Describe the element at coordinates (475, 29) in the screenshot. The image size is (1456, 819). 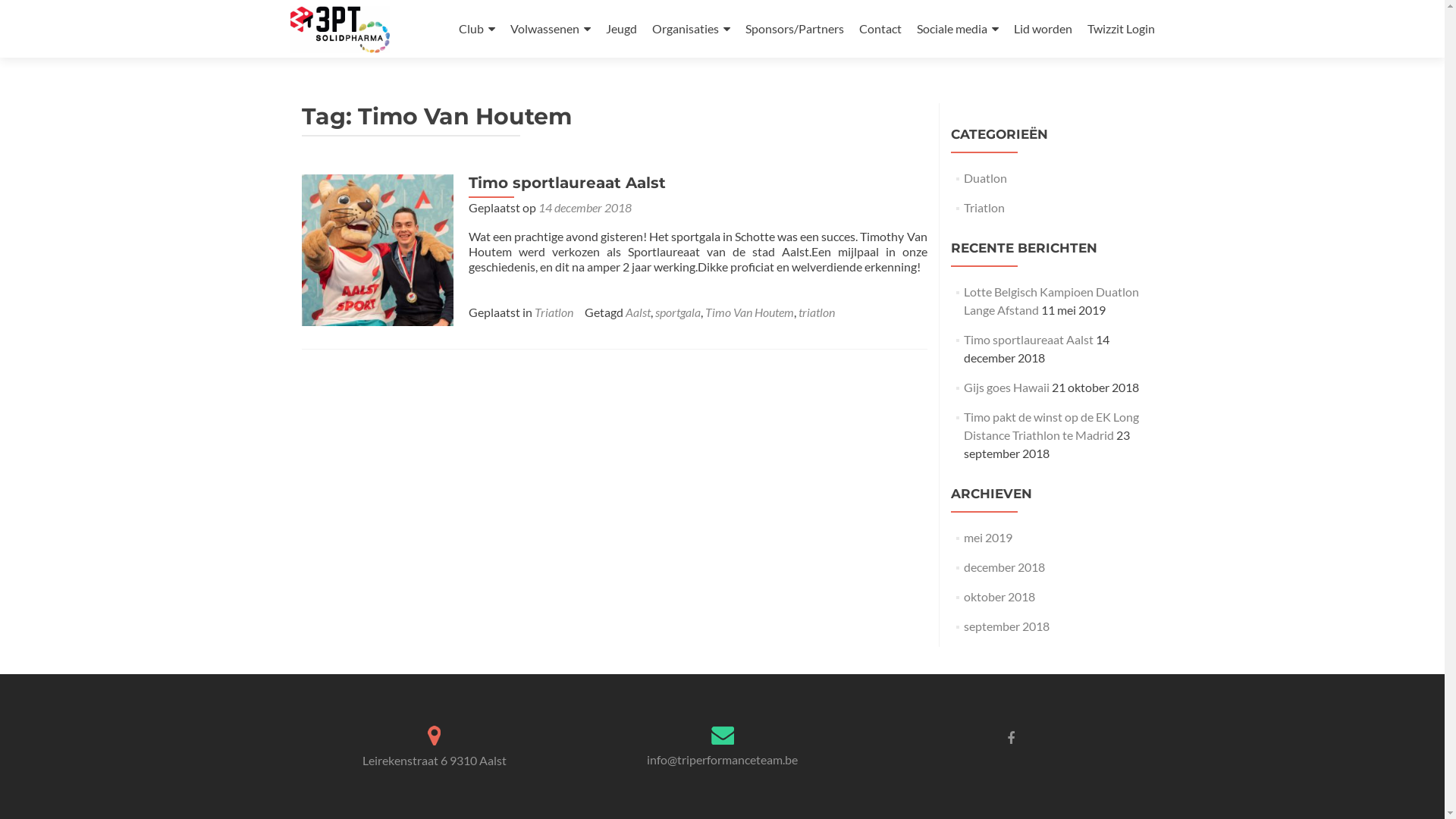
I see `'Club'` at that location.